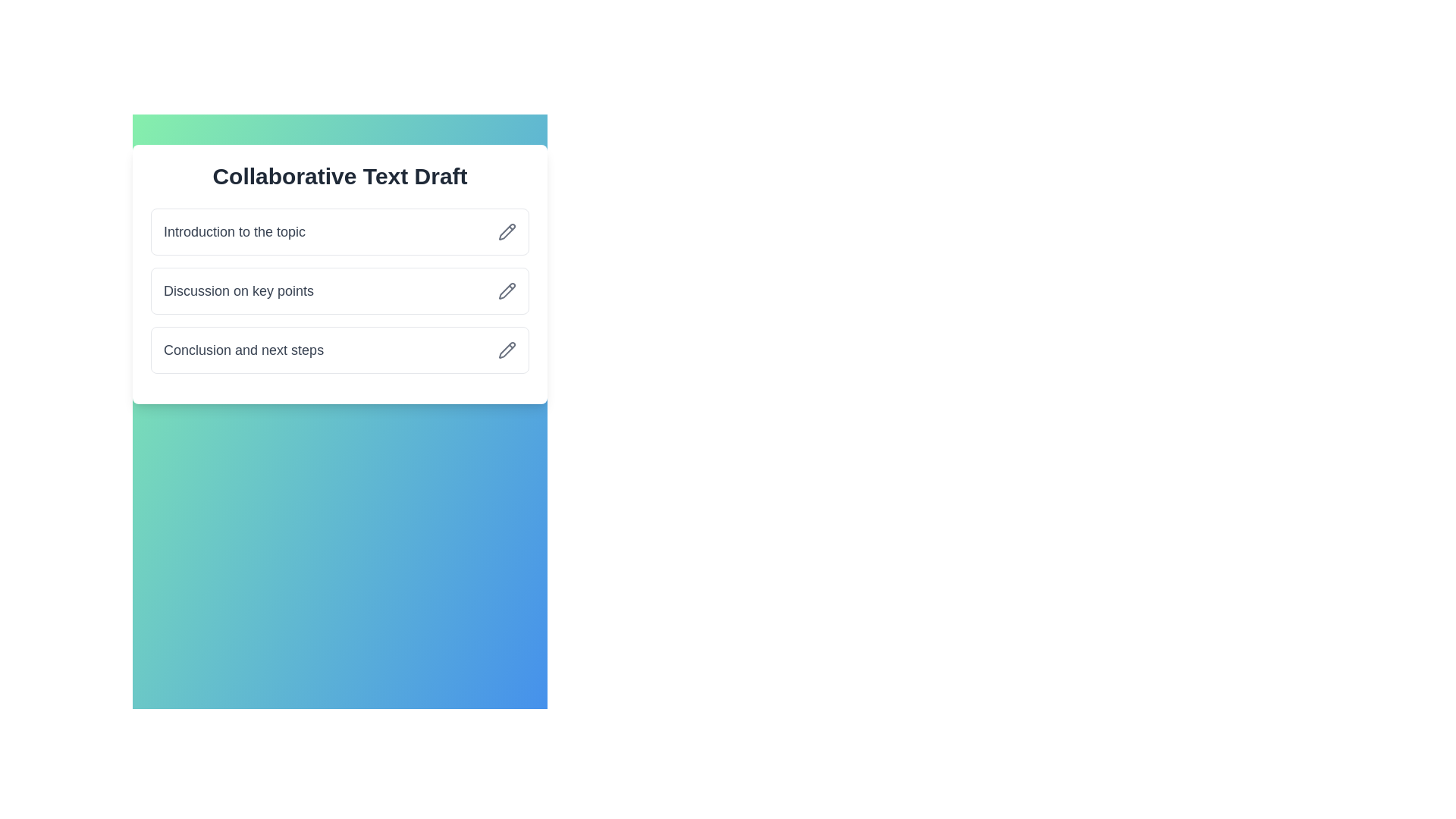 The image size is (1456, 819). I want to click on the editable state indicator icon located to the right of the text 'Conclusion and next steps', so click(507, 350).